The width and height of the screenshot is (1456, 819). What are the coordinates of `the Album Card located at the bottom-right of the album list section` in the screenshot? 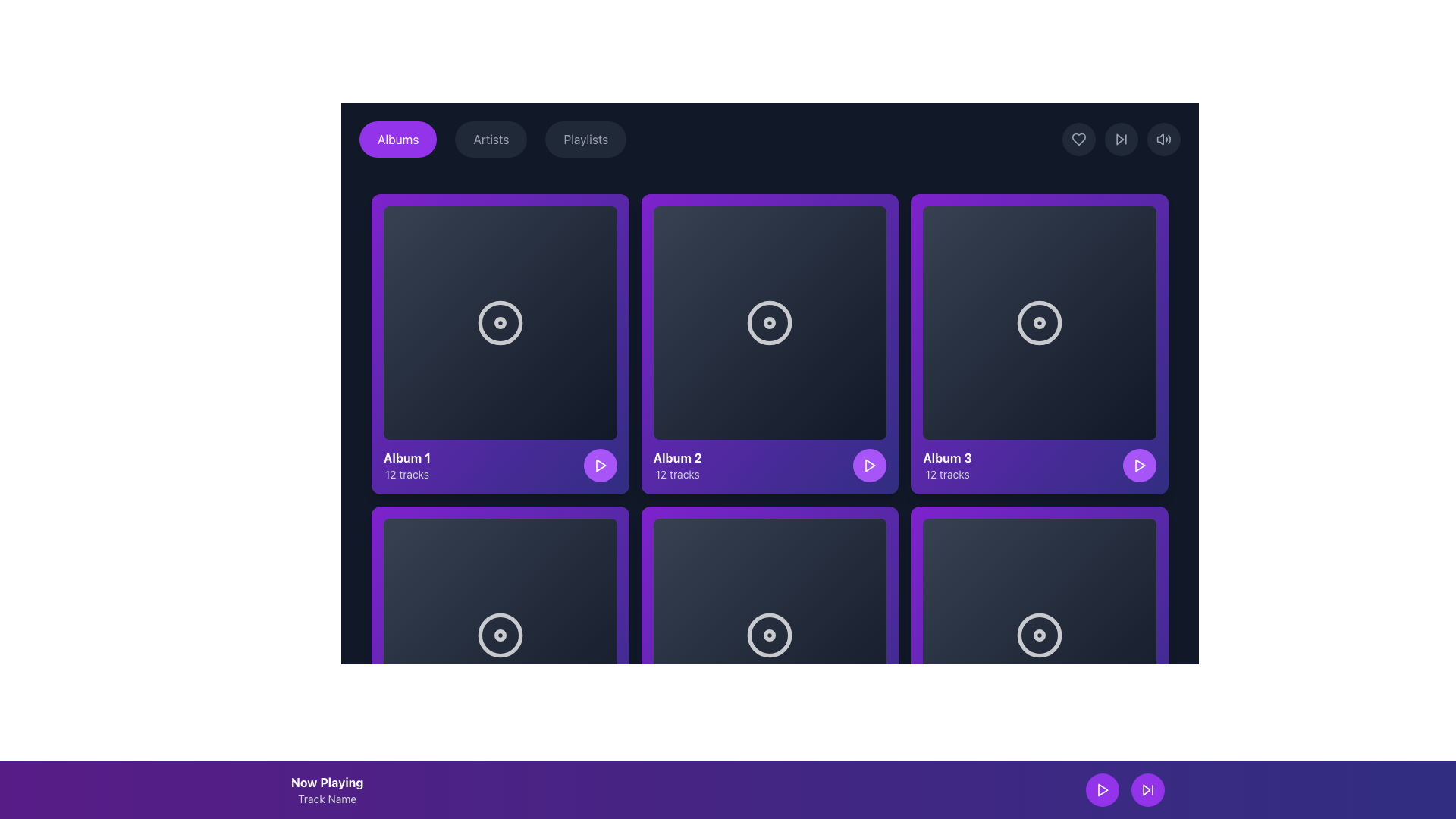 It's located at (1039, 655).